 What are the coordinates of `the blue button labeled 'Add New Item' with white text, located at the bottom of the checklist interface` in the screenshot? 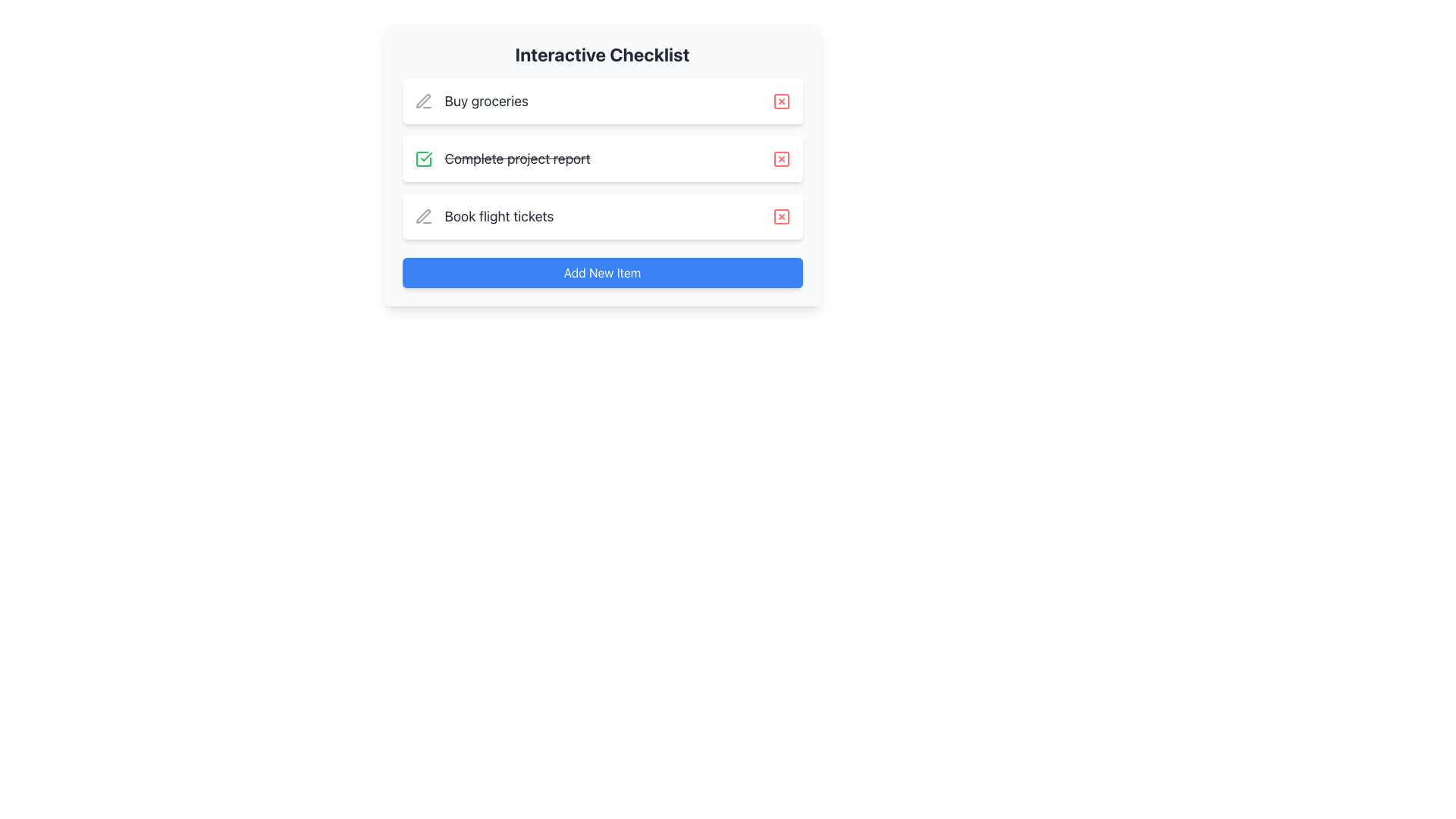 It's located at (601, 271).